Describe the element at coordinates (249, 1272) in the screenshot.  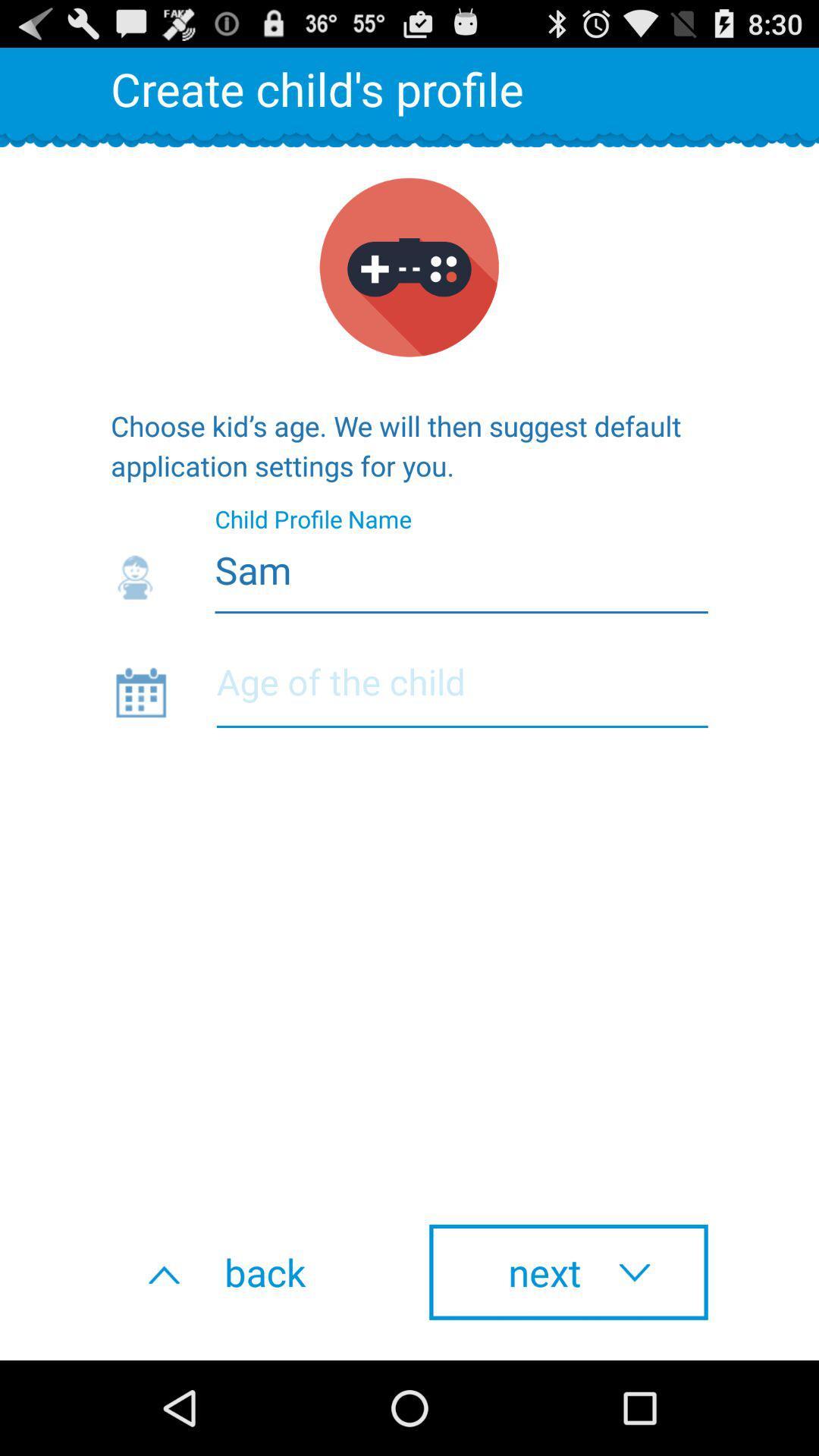
I see `icon at the bottom left corner` at that location.